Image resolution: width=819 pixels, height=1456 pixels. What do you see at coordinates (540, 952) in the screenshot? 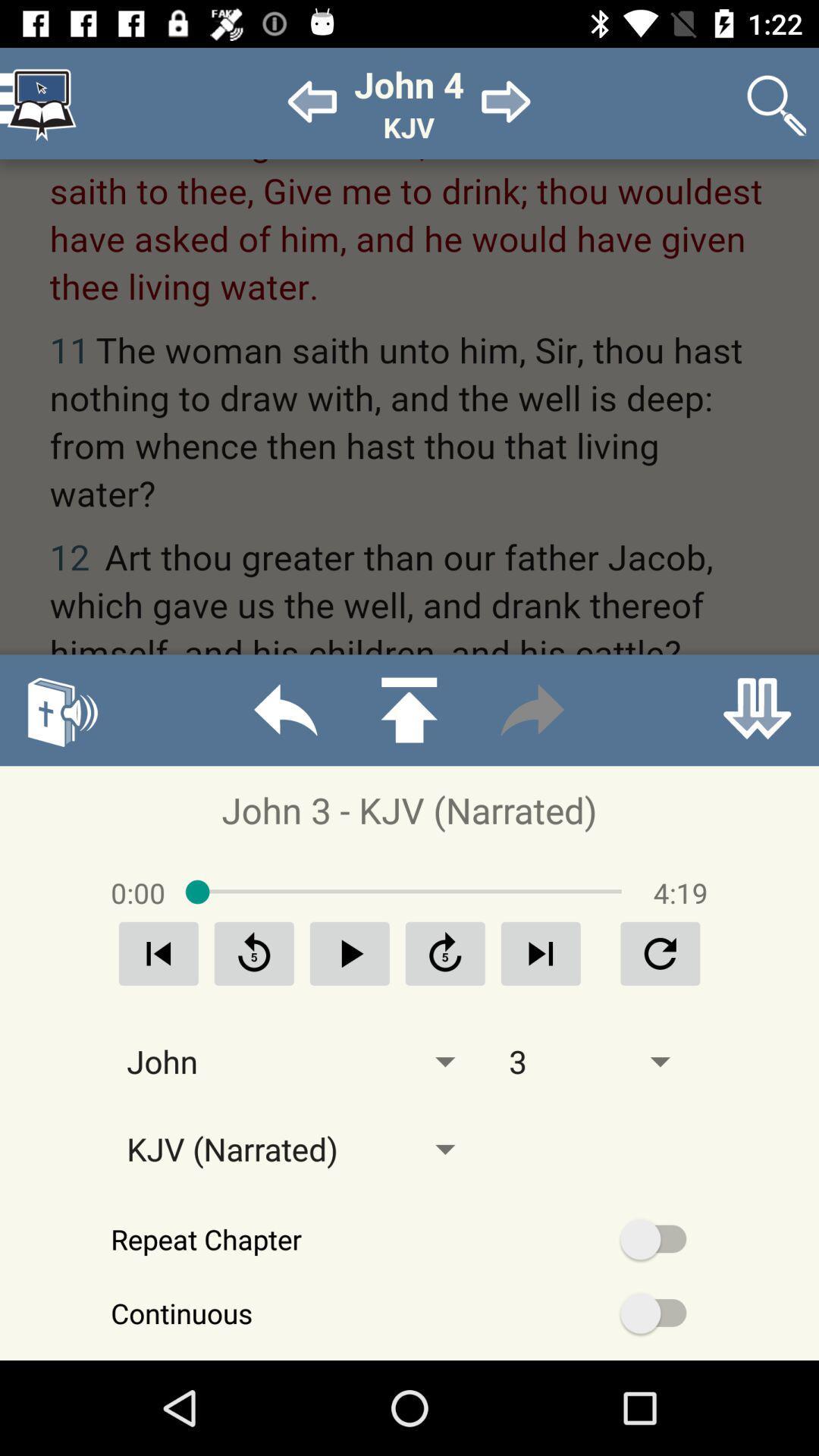
I see `next audio` at bounding box center [540, 952].